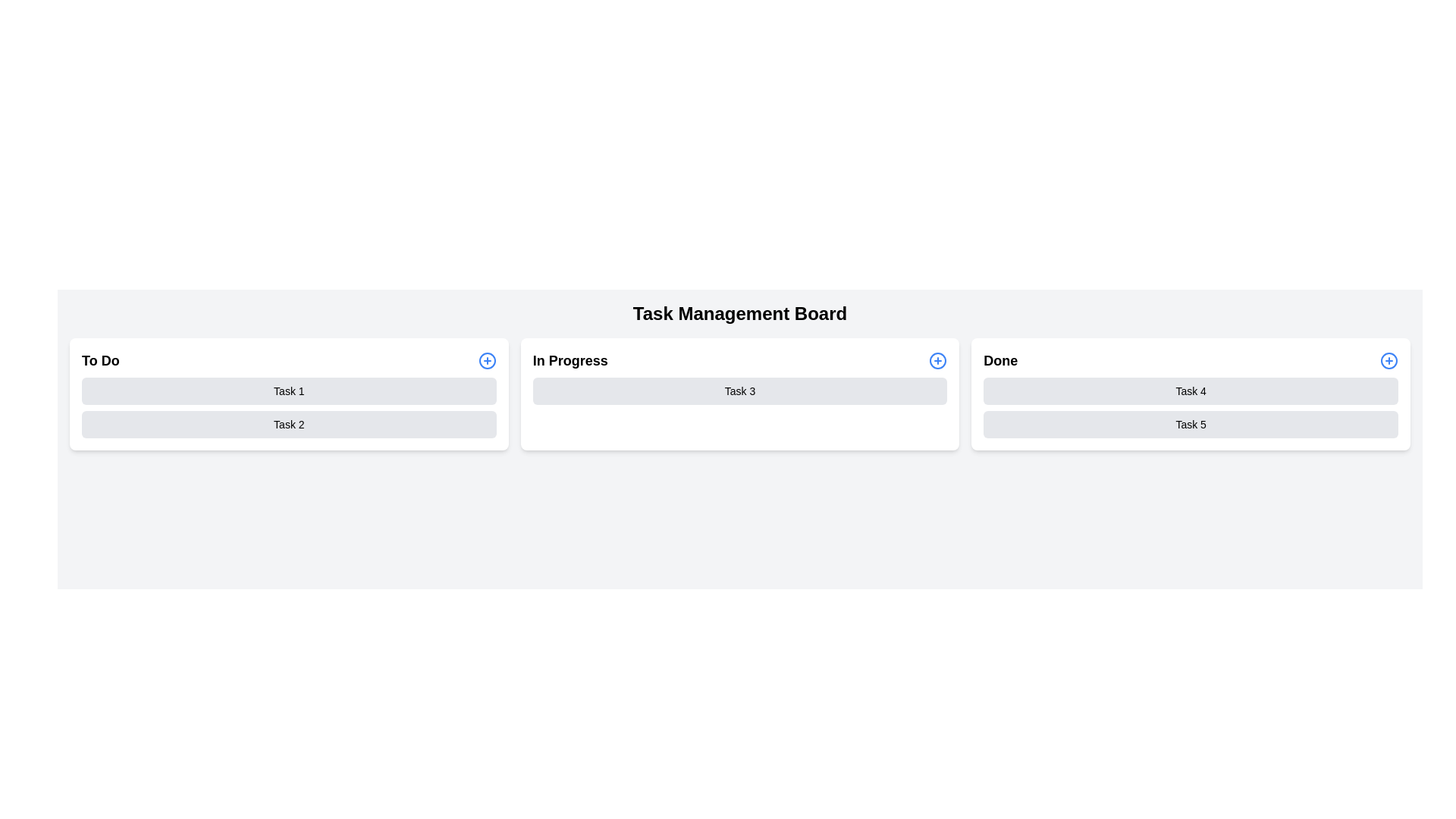 This screenshot has height=819, width=1456. I want to click on the circular button with a blue border and a blue plus symbol located to the right of the 'To Do' column header, so click(487, 360).